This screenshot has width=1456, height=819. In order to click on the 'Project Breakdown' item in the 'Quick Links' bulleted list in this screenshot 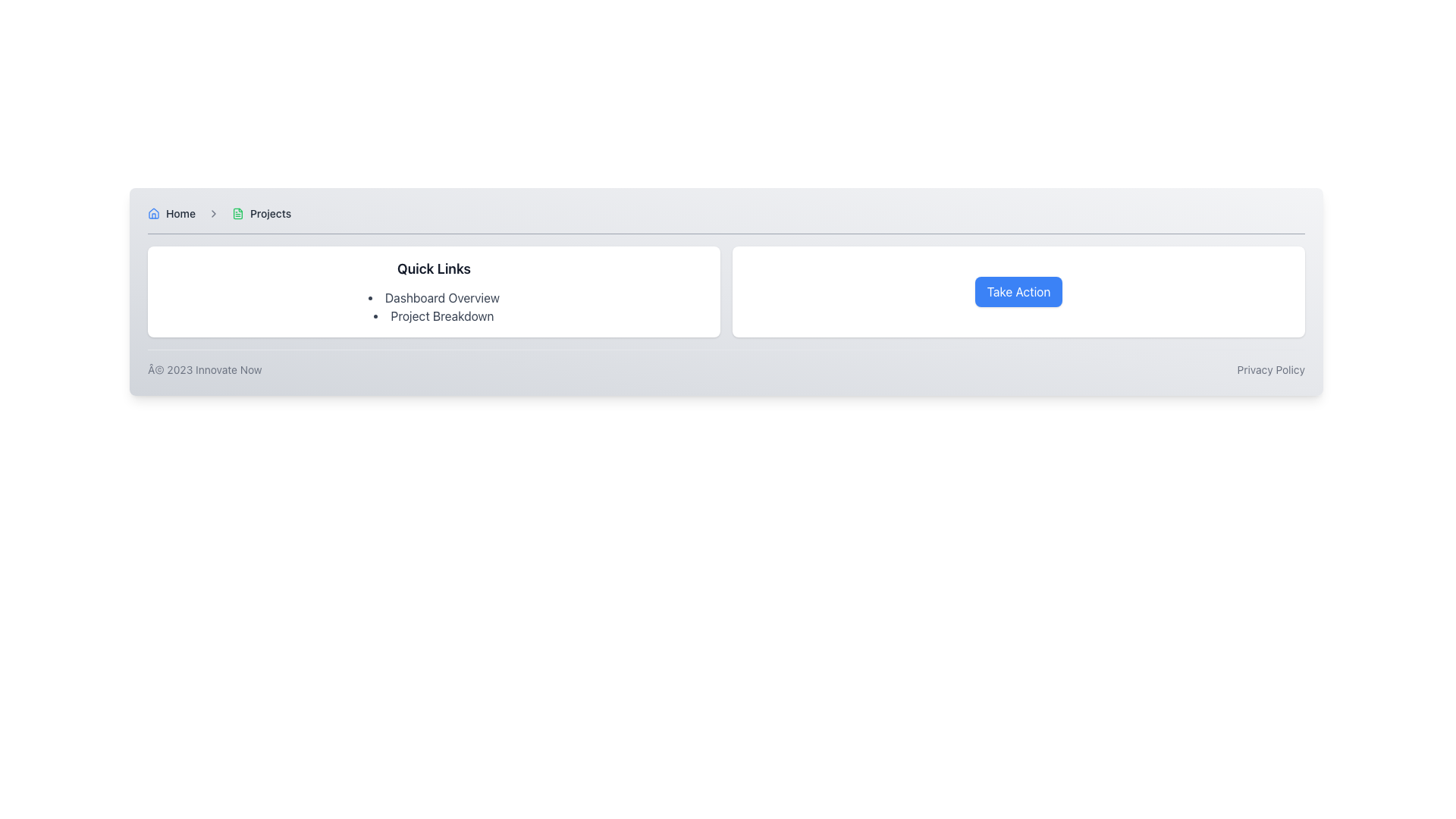, I will do `click(433, 307)`.